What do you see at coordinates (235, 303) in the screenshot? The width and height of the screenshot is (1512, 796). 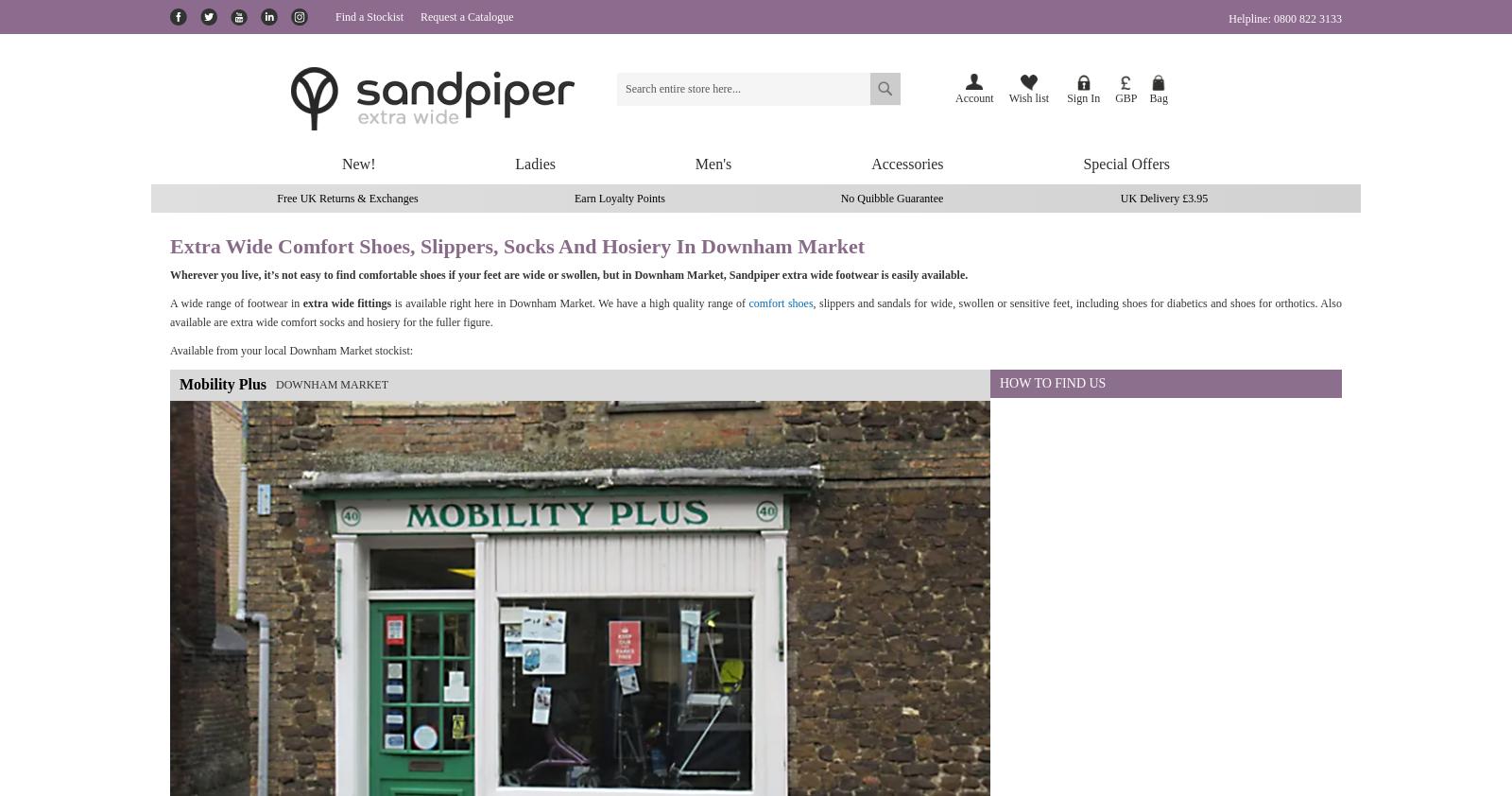 I see `'A wide range of footwear in'` at bounding box center [235, 303].